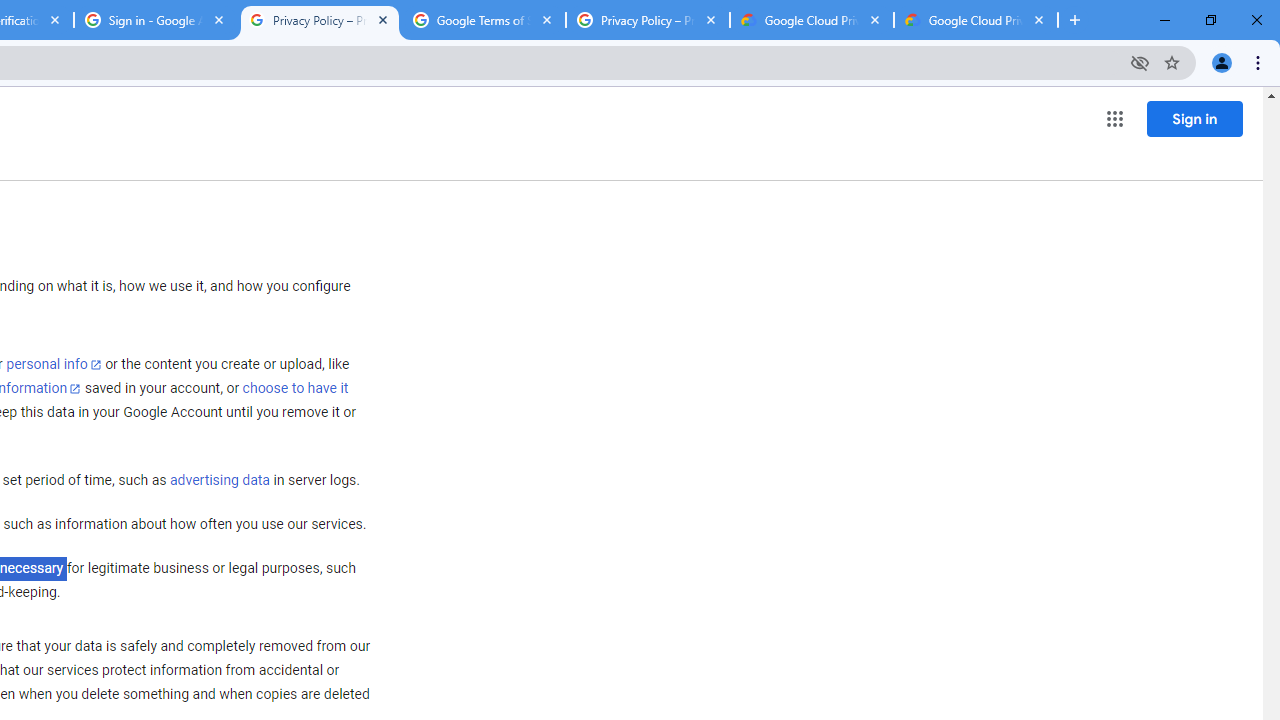  Describe the element at coordinates (54, 364) in the screenshot. I see `'personal info'` at that location.